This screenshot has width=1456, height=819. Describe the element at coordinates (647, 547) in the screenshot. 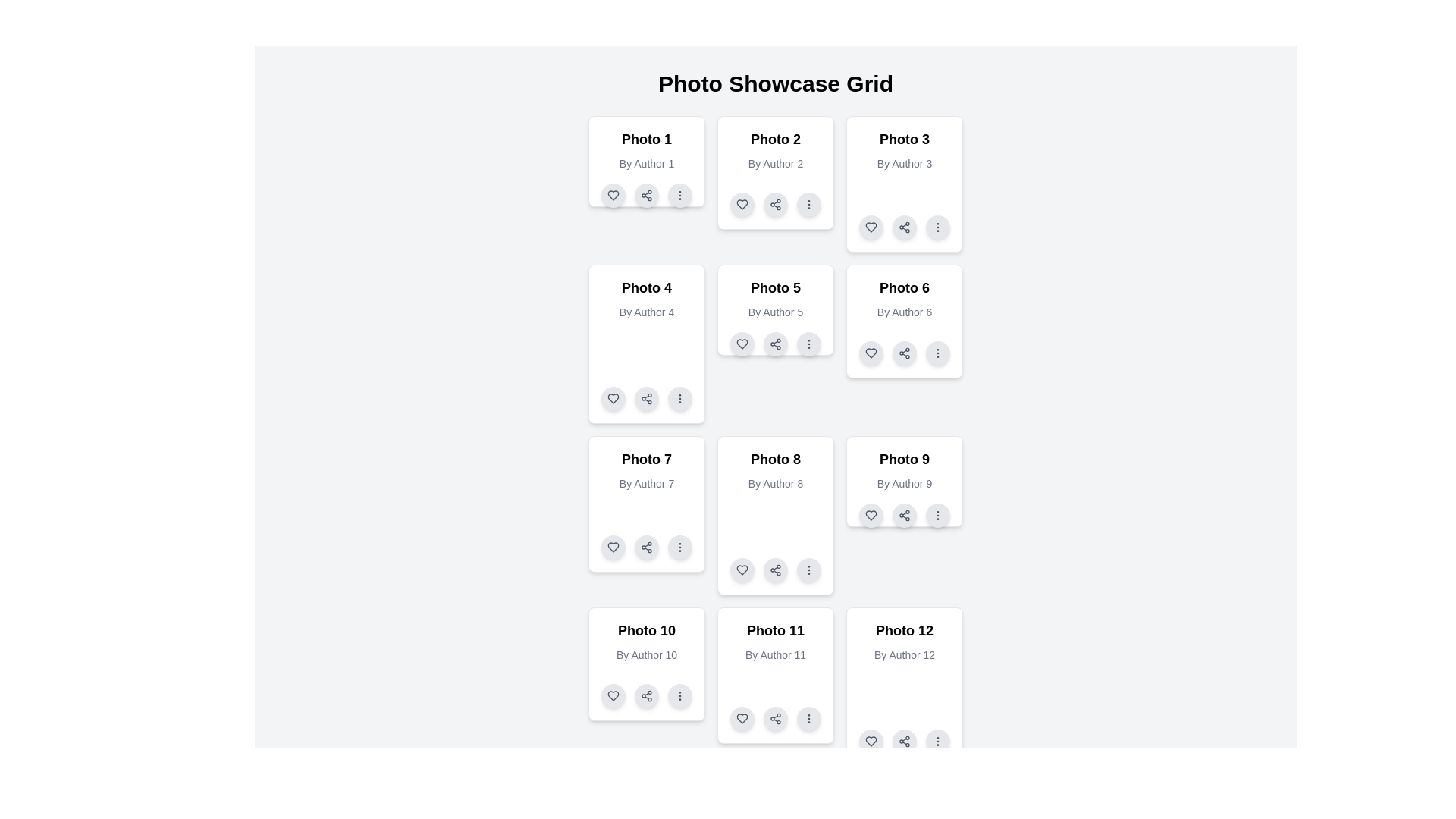

I see `the action bar buttons (heart, share, ellipsis) in the bottom-right corner of the 'Photo 7' card` at that location.